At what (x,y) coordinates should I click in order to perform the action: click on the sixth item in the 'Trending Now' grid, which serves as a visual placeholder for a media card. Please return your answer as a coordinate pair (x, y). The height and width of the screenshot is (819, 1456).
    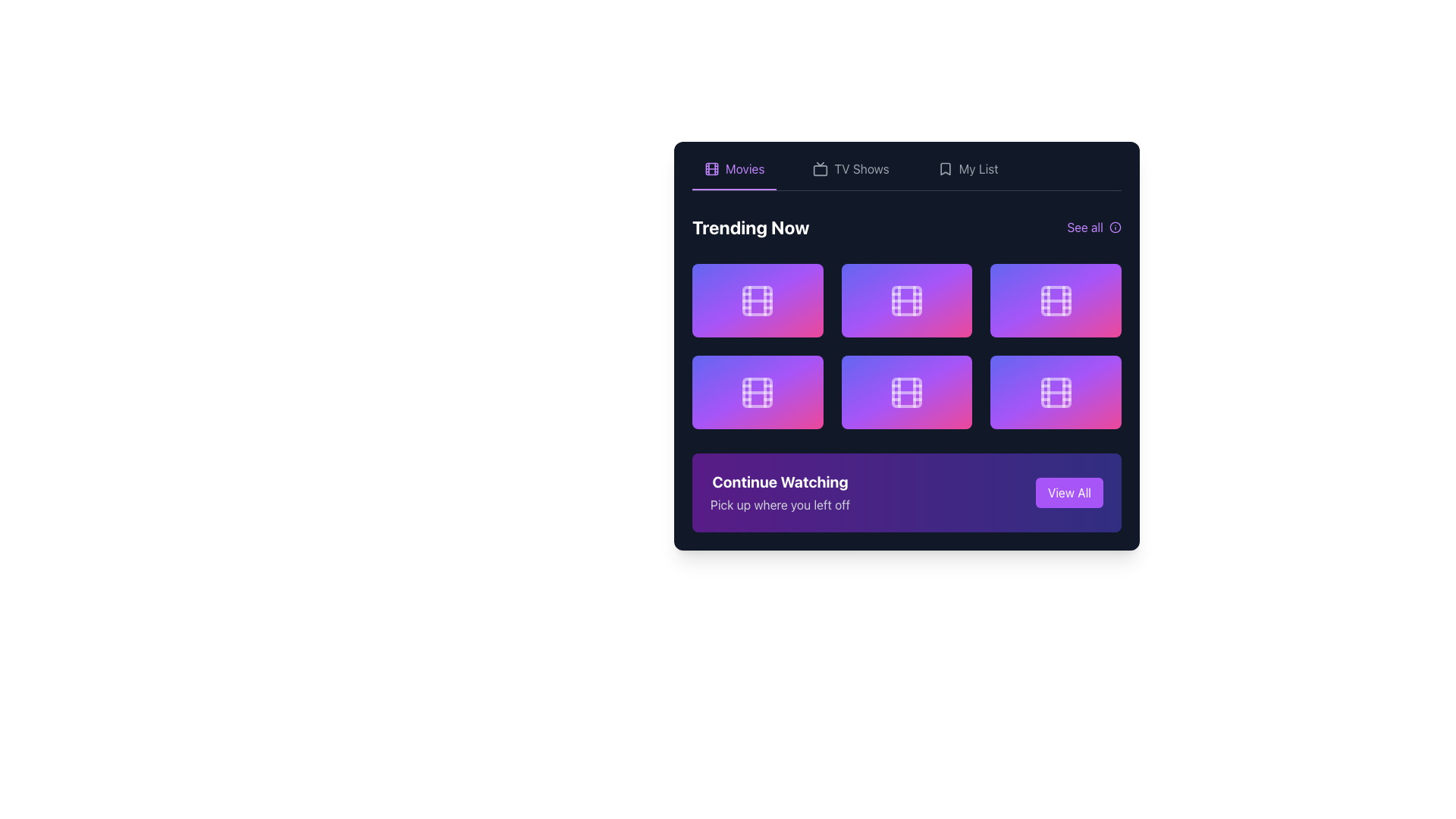
    Looking at the image, I should click on (1055, 300).